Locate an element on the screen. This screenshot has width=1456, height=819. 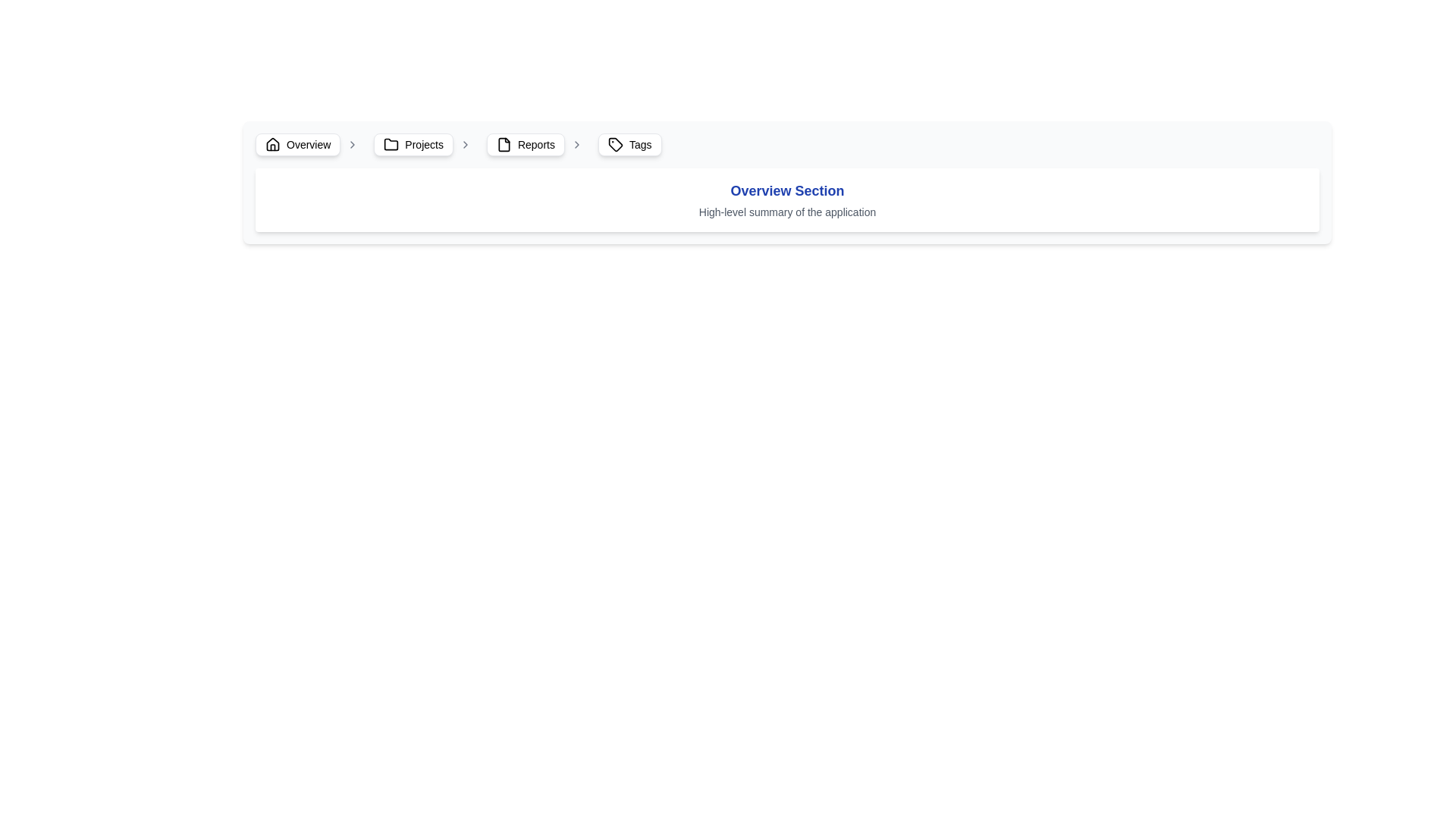
the house-shaped icon in the breadcrumb navigation bar is located at coordinates (273, 143).